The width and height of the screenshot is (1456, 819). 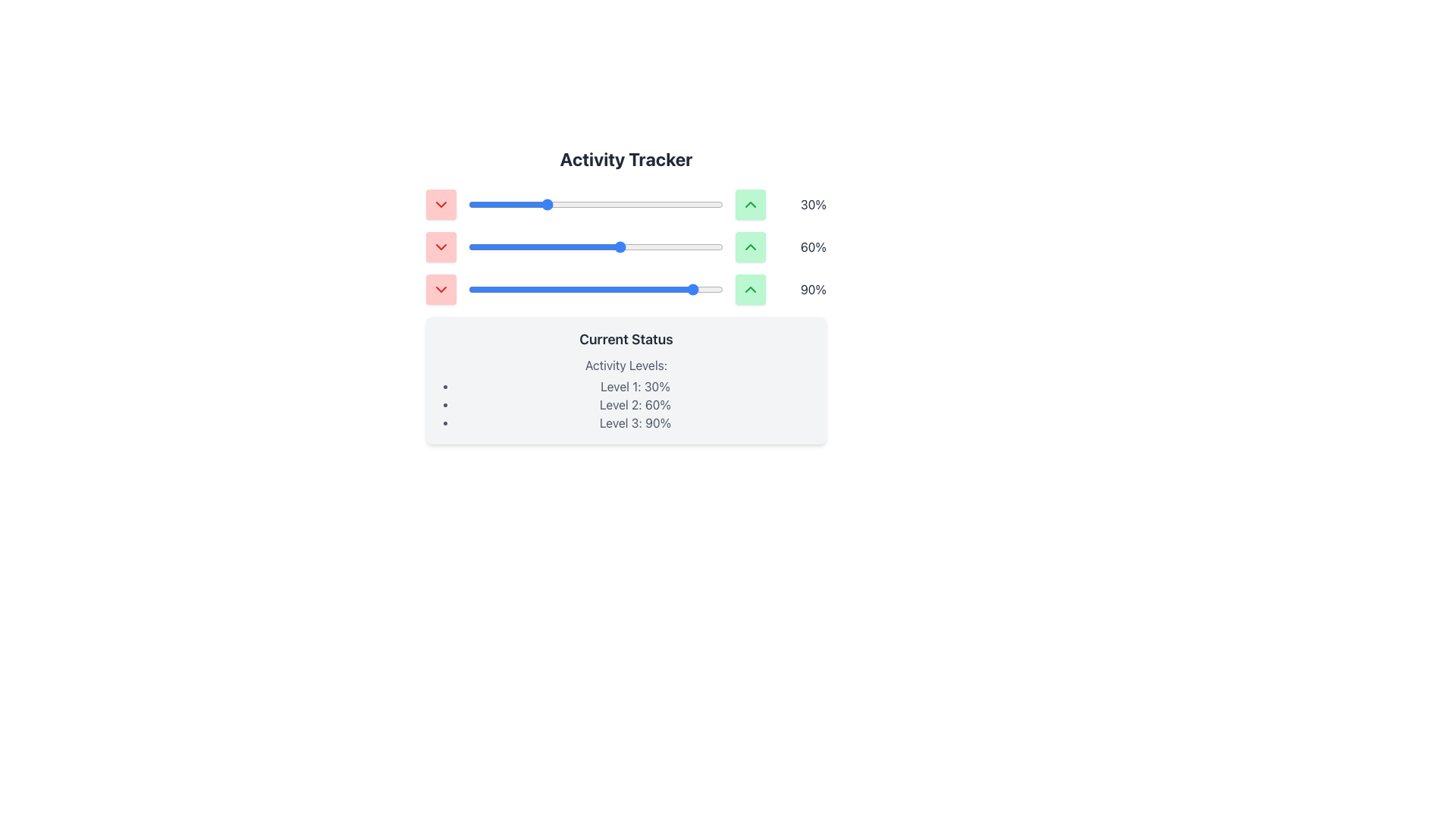 I want to click on the text label displaying the current percentage level, located to the right of the green button with an upward arrow icon, so click(x=801, y=205).